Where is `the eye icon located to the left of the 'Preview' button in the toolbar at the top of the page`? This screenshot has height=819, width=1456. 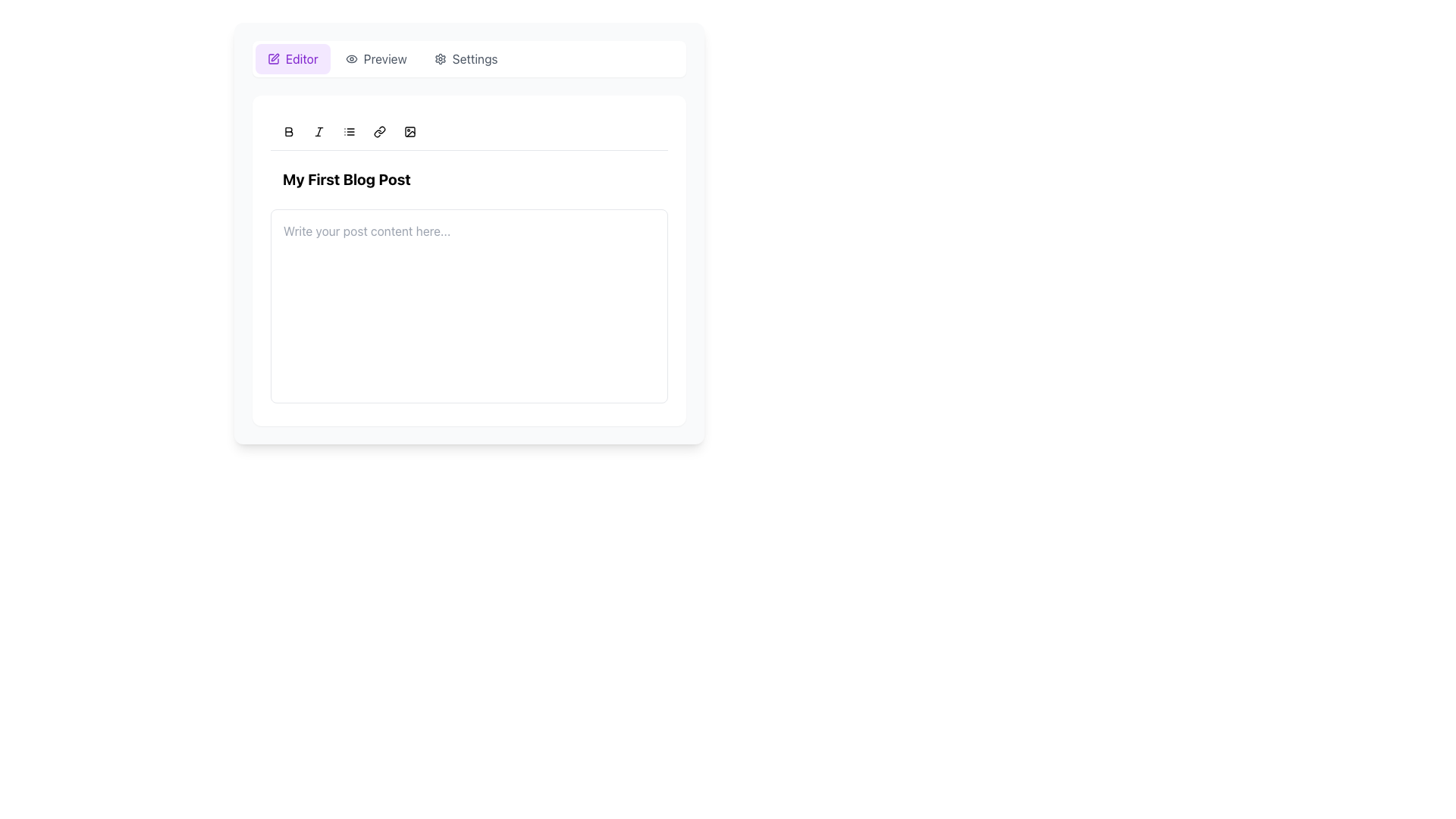
the eye icon located to the left of the 'Preview' button in the toolbar at the top of the page is located at coordinates (350, 58).